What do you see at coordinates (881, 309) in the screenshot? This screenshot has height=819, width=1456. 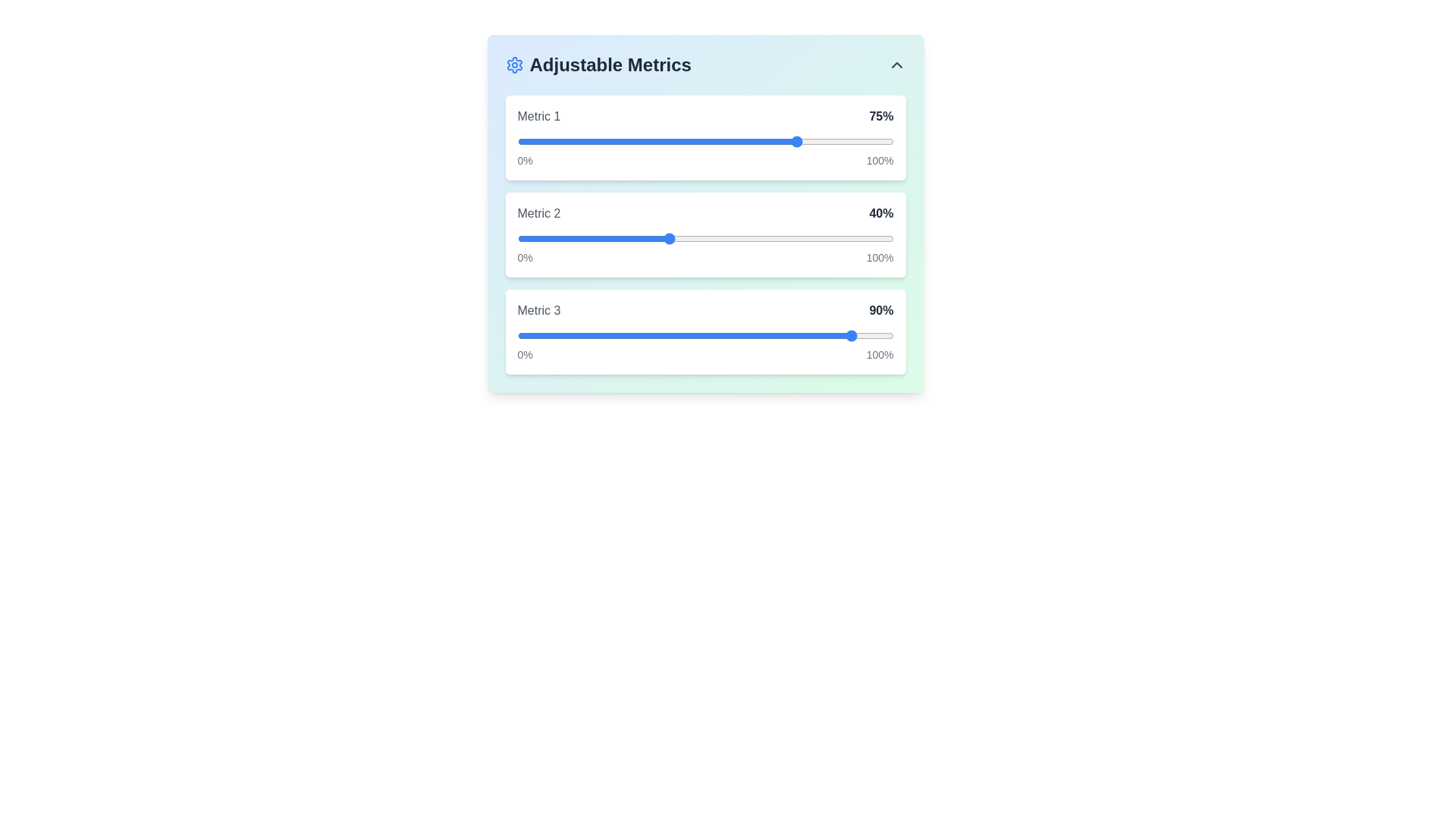 I see `the text label displaying the current value '90%' for 'Metric 3', which is located to the right of the 'Metric 3' label in the metrics widget` at bounding box center [881, 309].